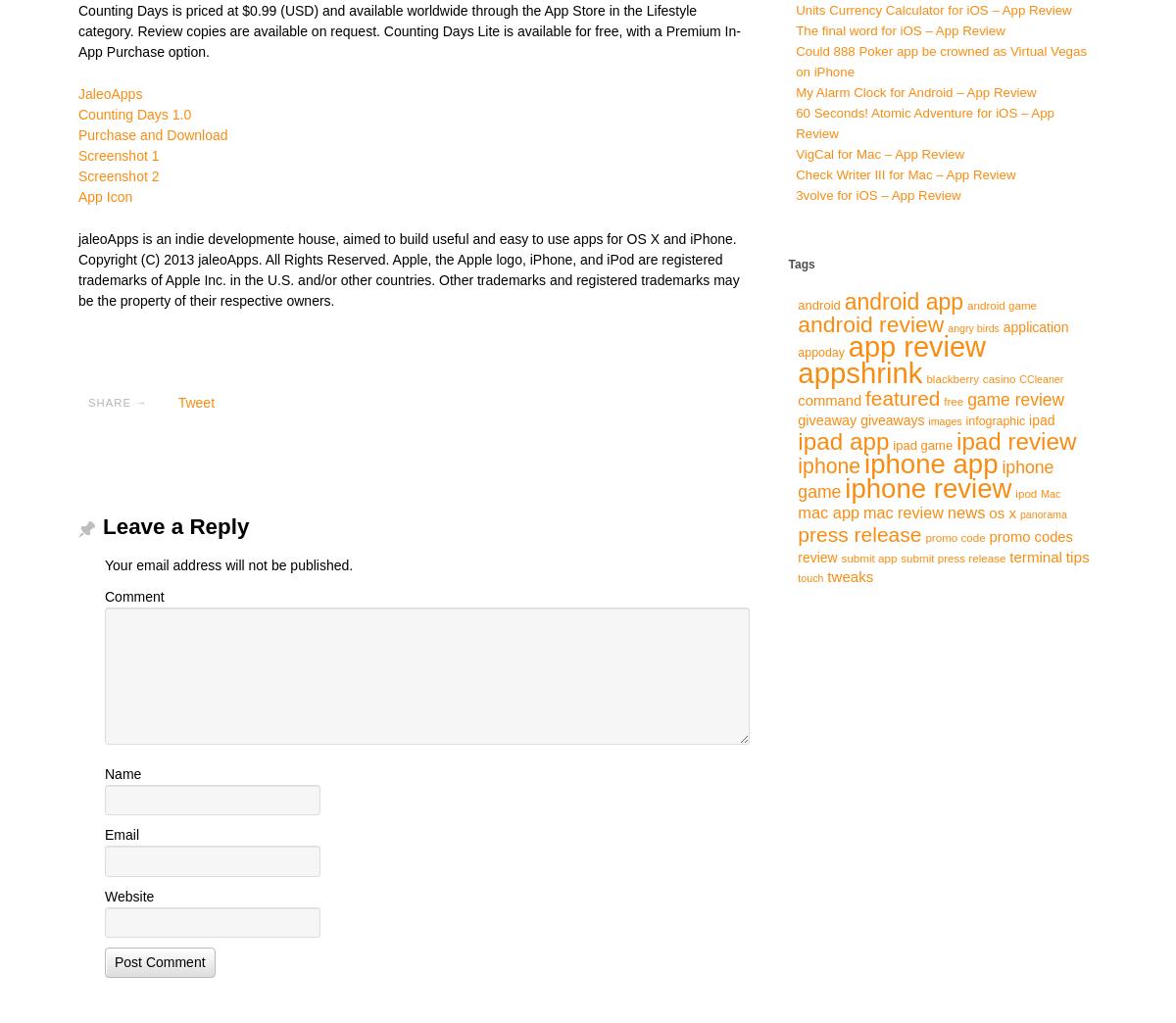 The width and height of the screenshot is (1176, 1023). Describe the element at coordinates (1019, 513) in the screenshot. I see `'panorama'` at that location.